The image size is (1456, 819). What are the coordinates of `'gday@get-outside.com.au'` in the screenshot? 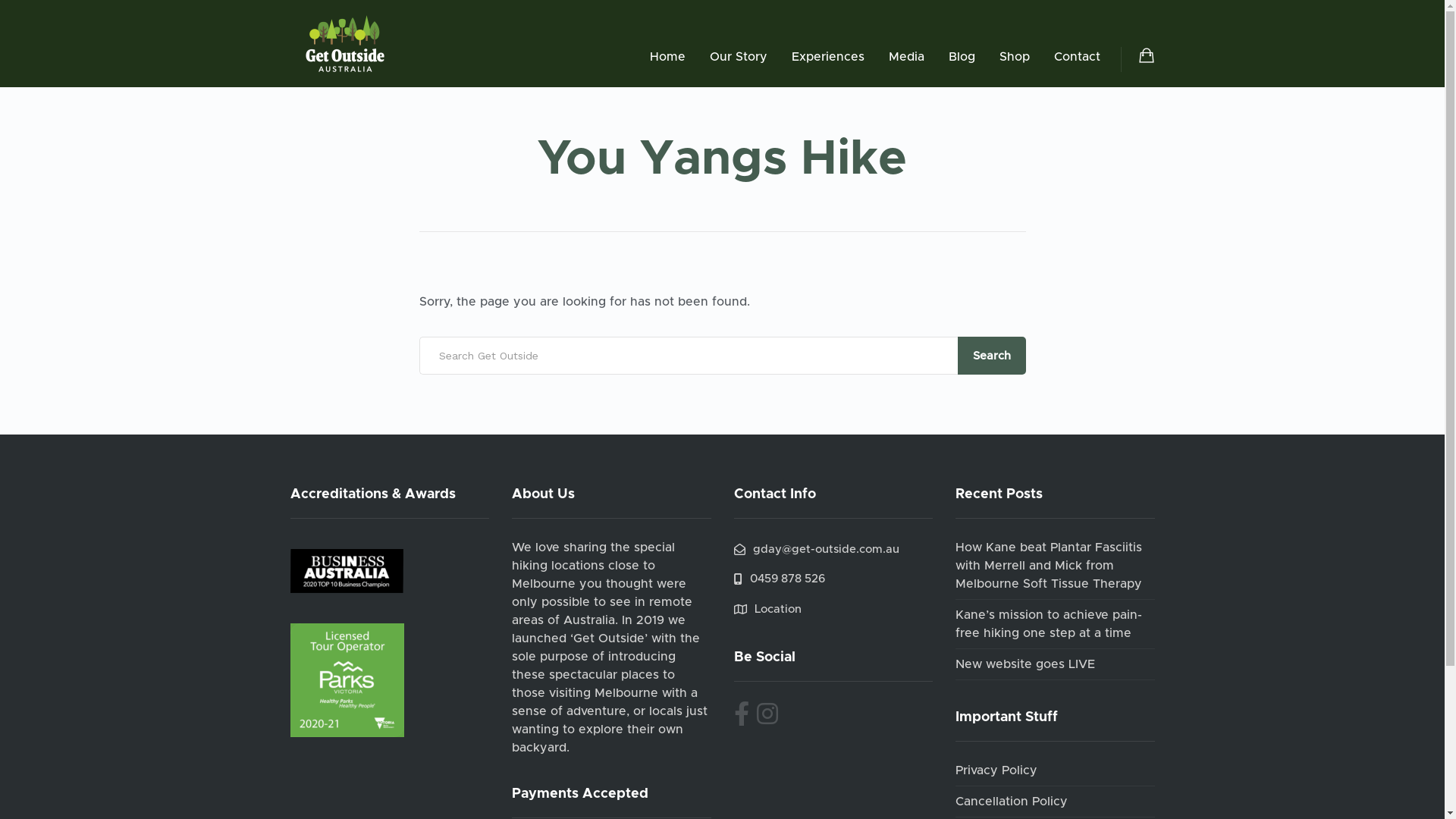 It's located at (734, 549).